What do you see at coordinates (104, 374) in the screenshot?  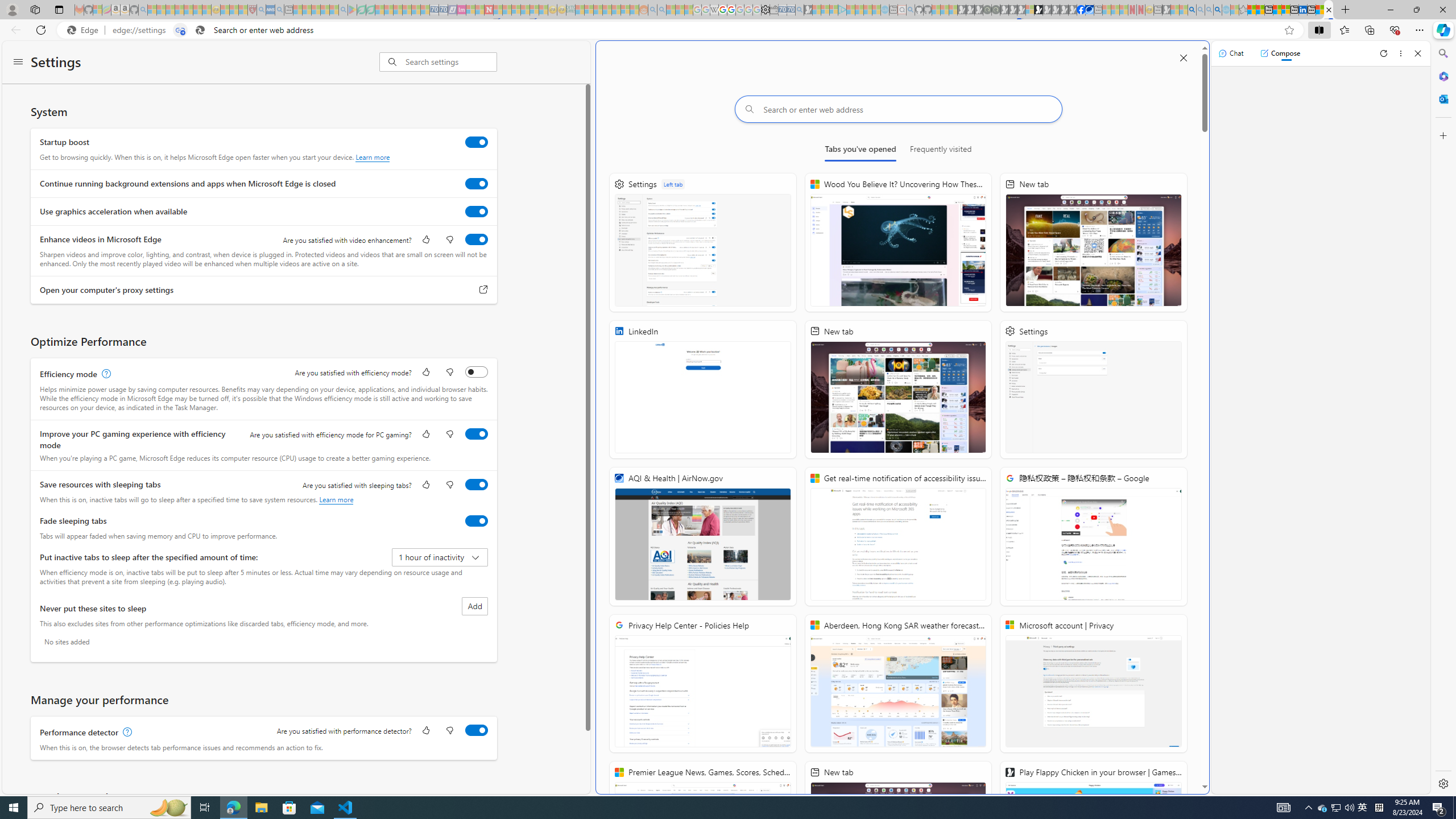 I see `'Efficiency mode, learn more'` at bounding box center [104, 374].